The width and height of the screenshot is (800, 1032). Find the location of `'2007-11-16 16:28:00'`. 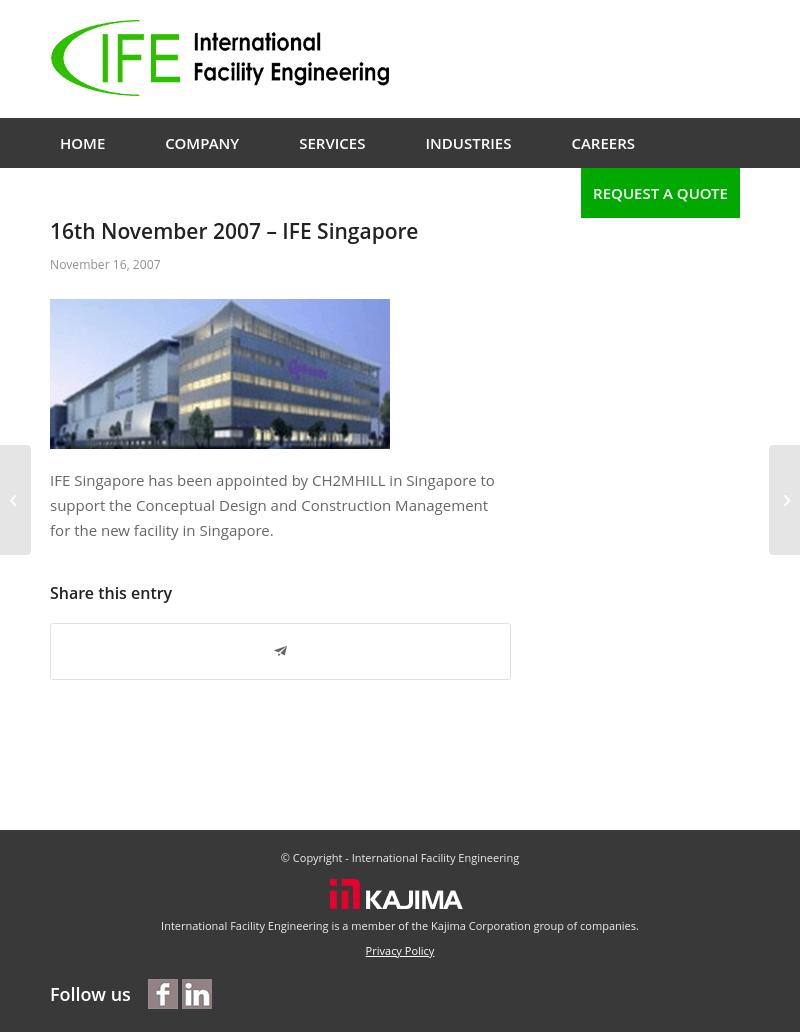

'2007-11-16 16:28:00' is located at coordinates (419, 278).